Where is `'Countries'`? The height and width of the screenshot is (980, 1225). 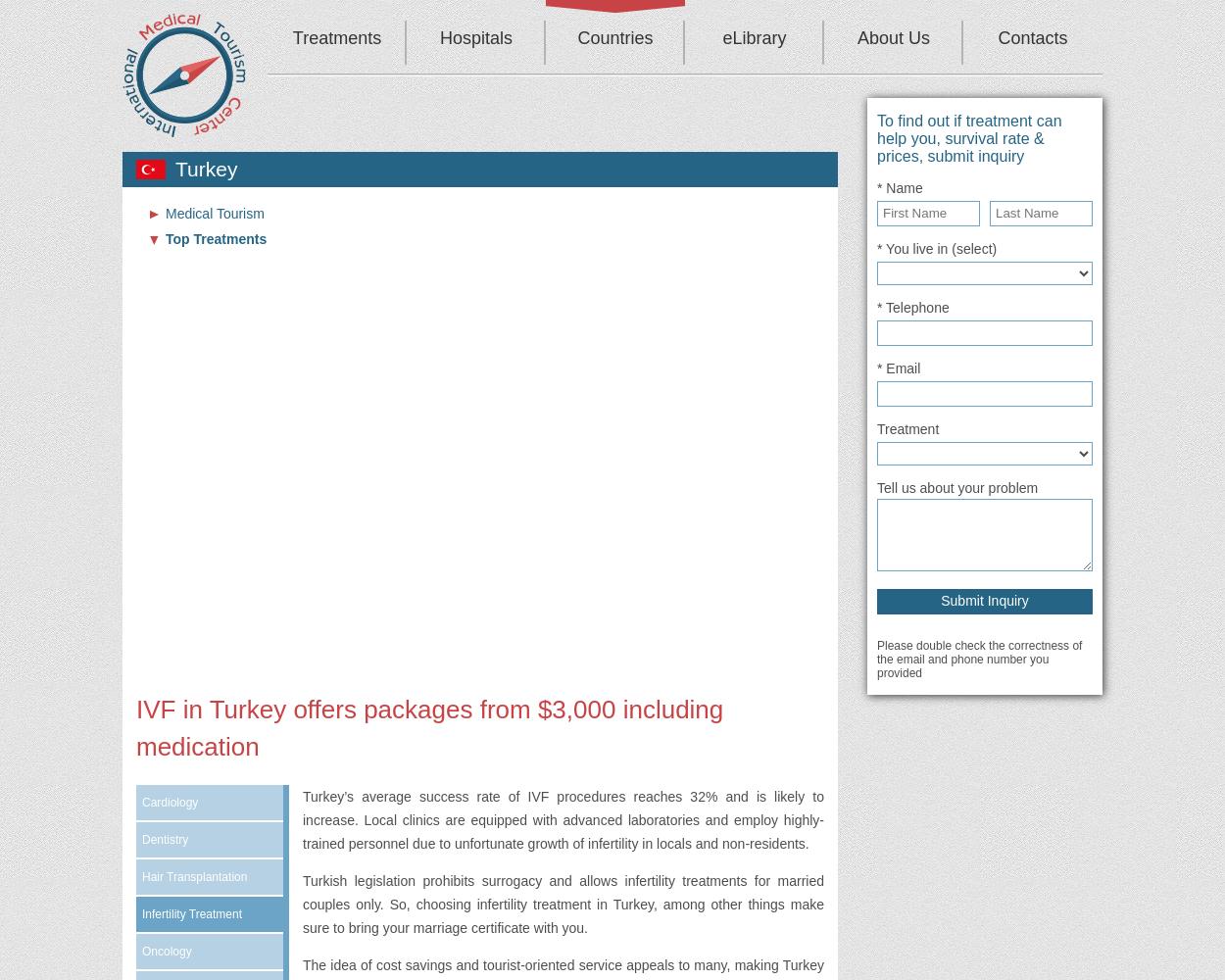
'Countries' is located at coordinates (614, 38).